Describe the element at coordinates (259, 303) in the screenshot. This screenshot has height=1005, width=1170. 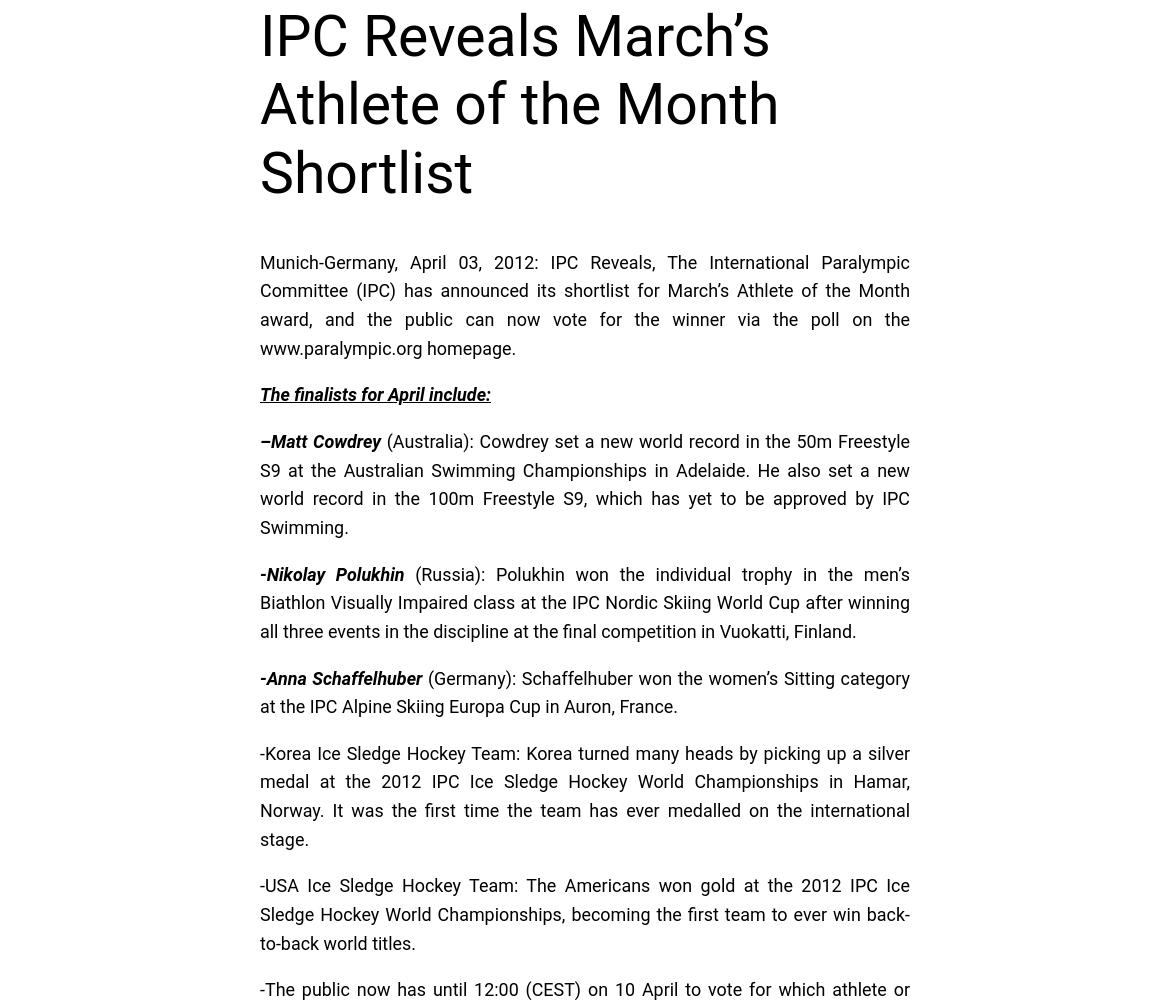
I see `'Munich-Germany, April 03, 2012: IPC Reveals, The International Paralympic Committee (IPC) has announced its shortlist for March’s Athlete of the Month award, and the public can now vote for the winner via the poll on the www.paralympic.org homepage.'` at that location.